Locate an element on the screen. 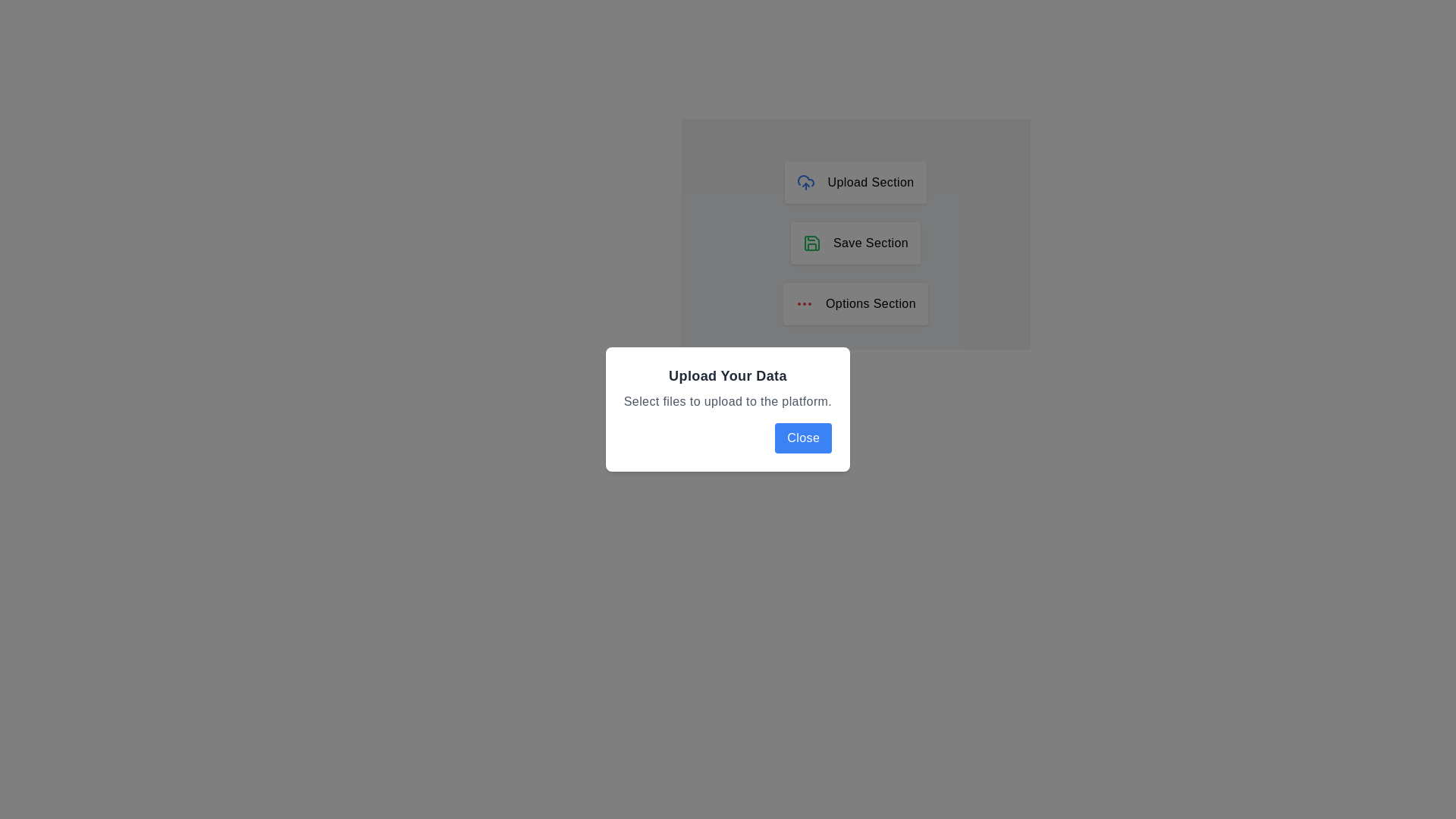  the text label that provides context for uploading files, positioned to the right of the cloud upload icon and above the 'Save Section' and 'Options Section' buttons is located at coordinates (871, 181).